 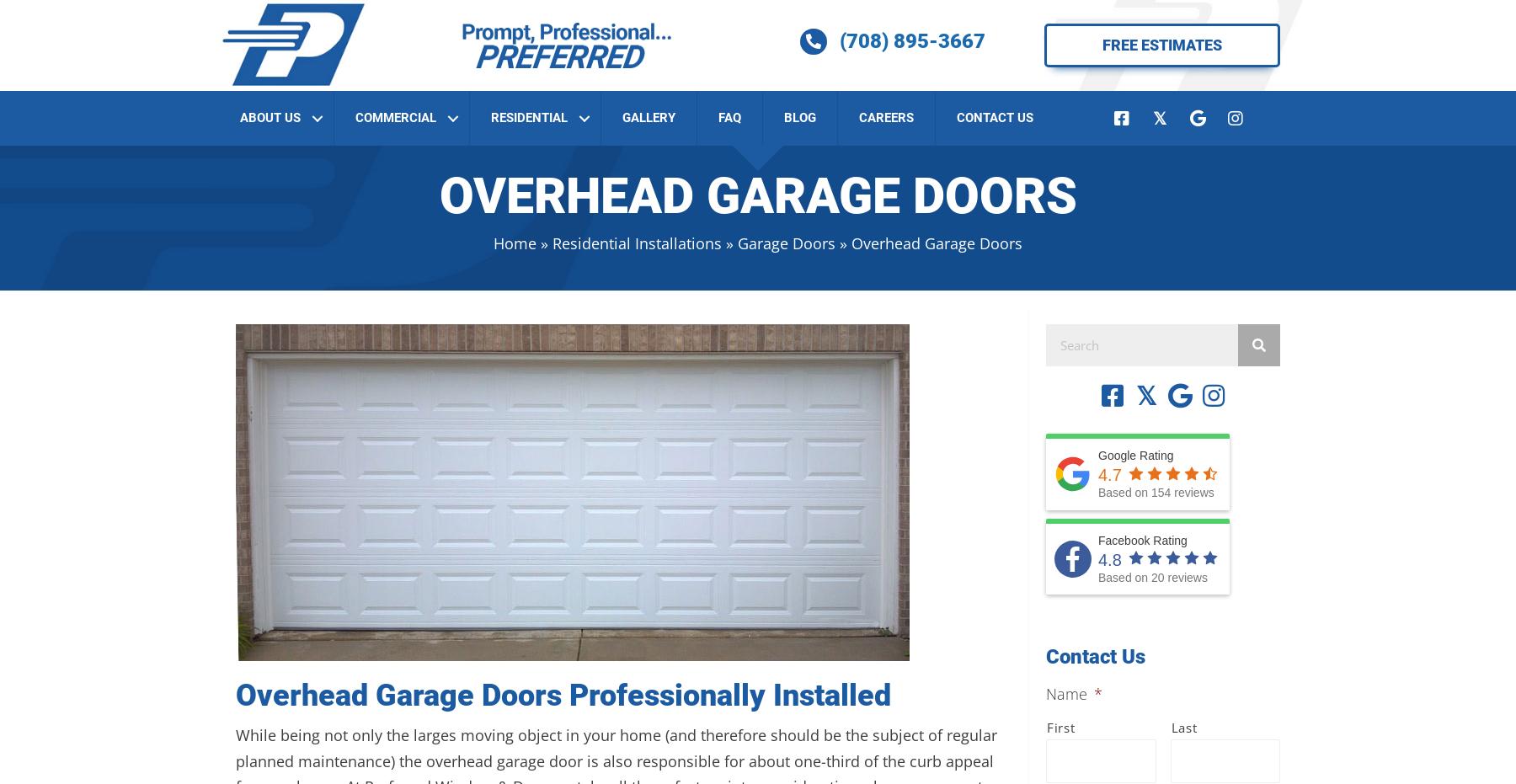 I want to click on 'Blog', so click(x=799, y=115).